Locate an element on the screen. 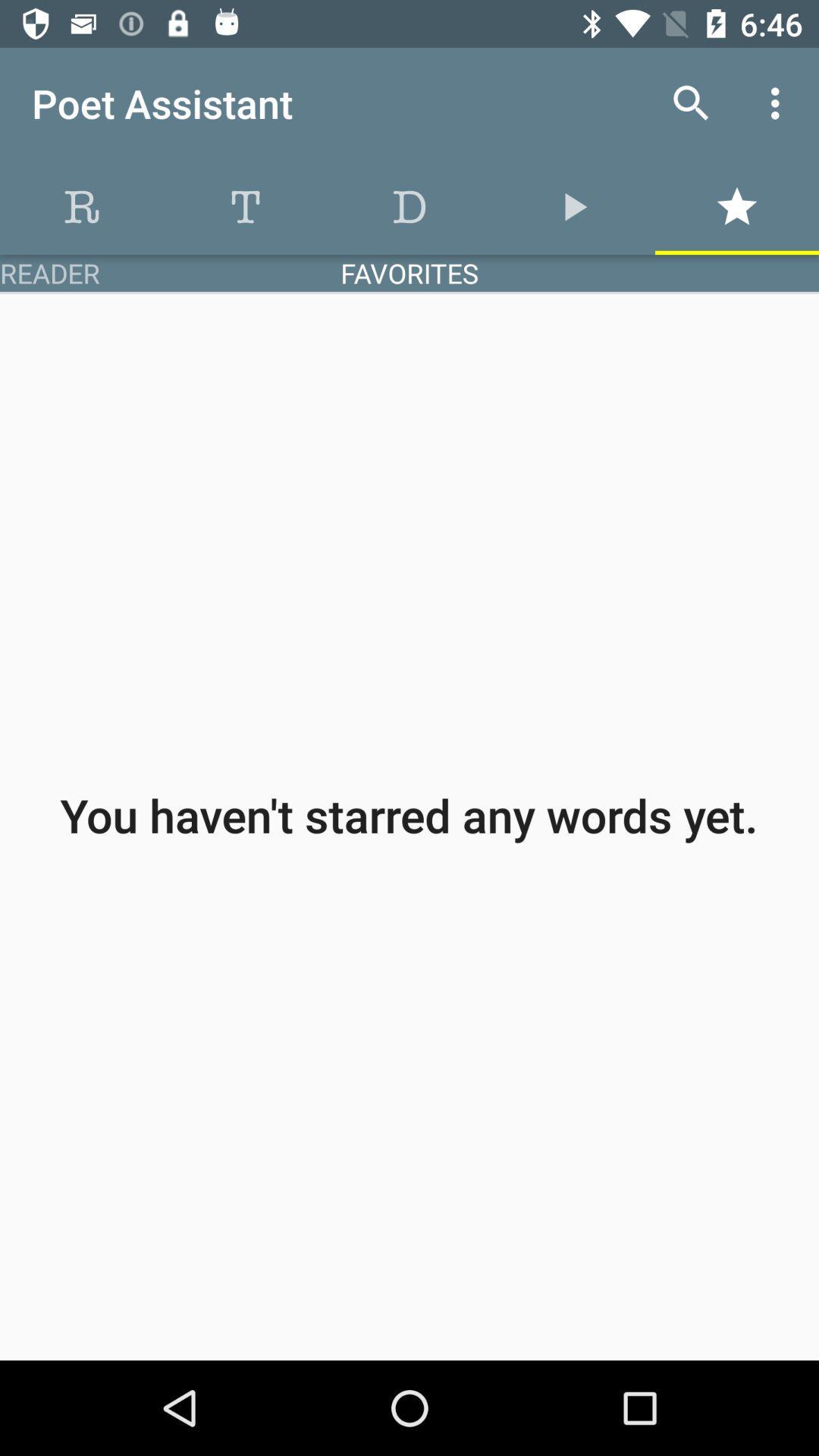 The width and height of the screenshot is (819, 1456). item to the right of poet assistant icon is located at coordinates (691, 102).